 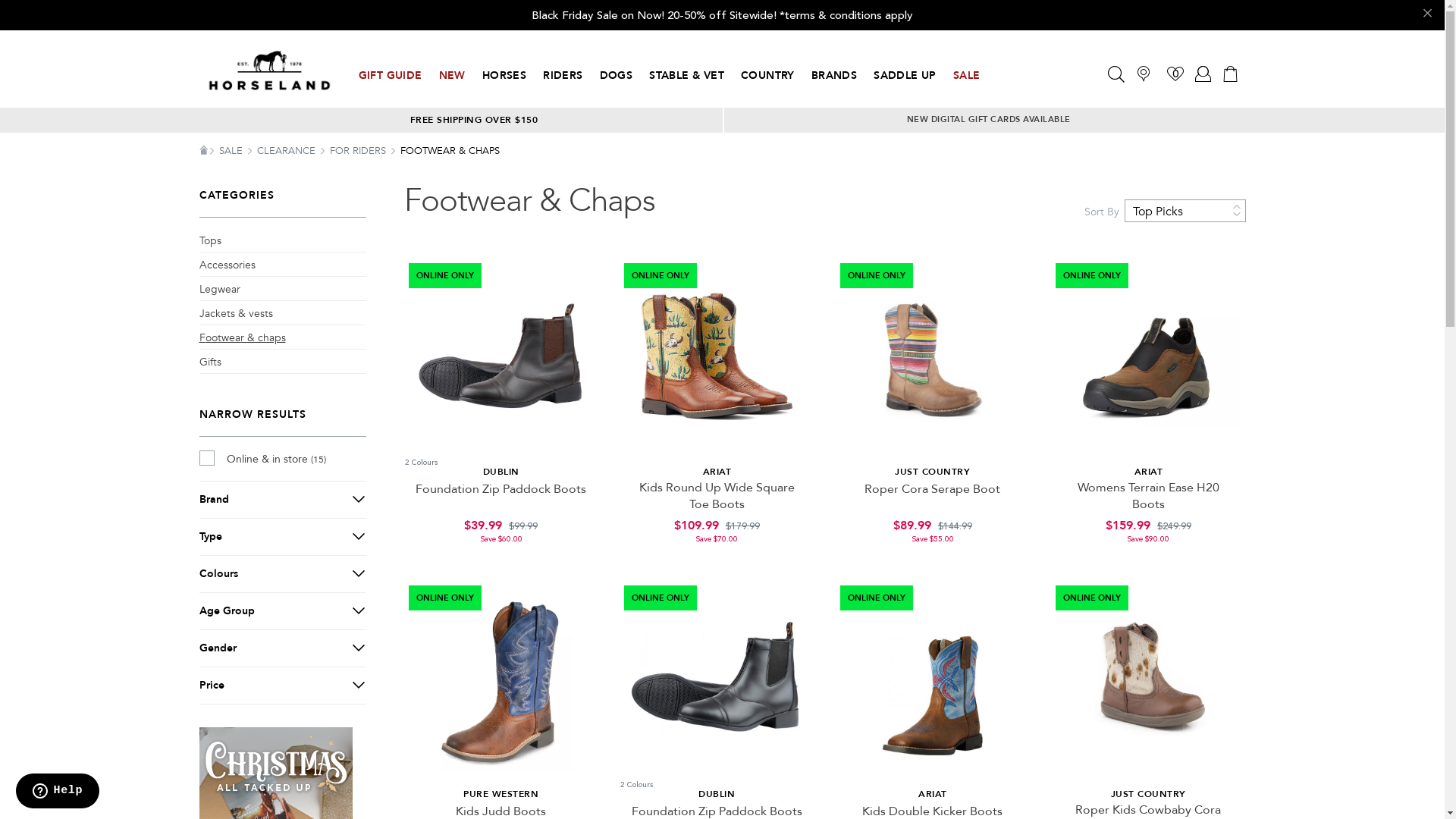 What do you see at coordinates (686, 76) in the screenshot?
I see `'STABLE & VET'` at bounding box center [686, 76].